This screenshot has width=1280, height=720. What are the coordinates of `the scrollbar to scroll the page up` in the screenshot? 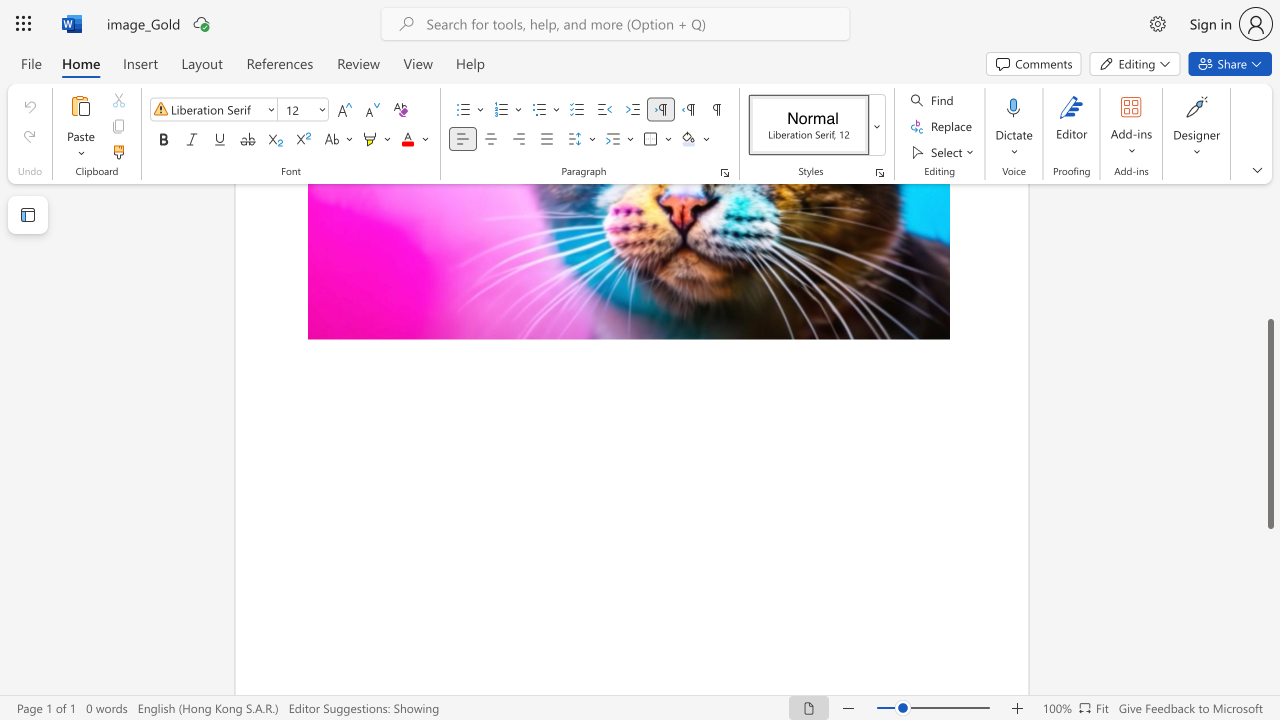 It's located at (1269, 270).